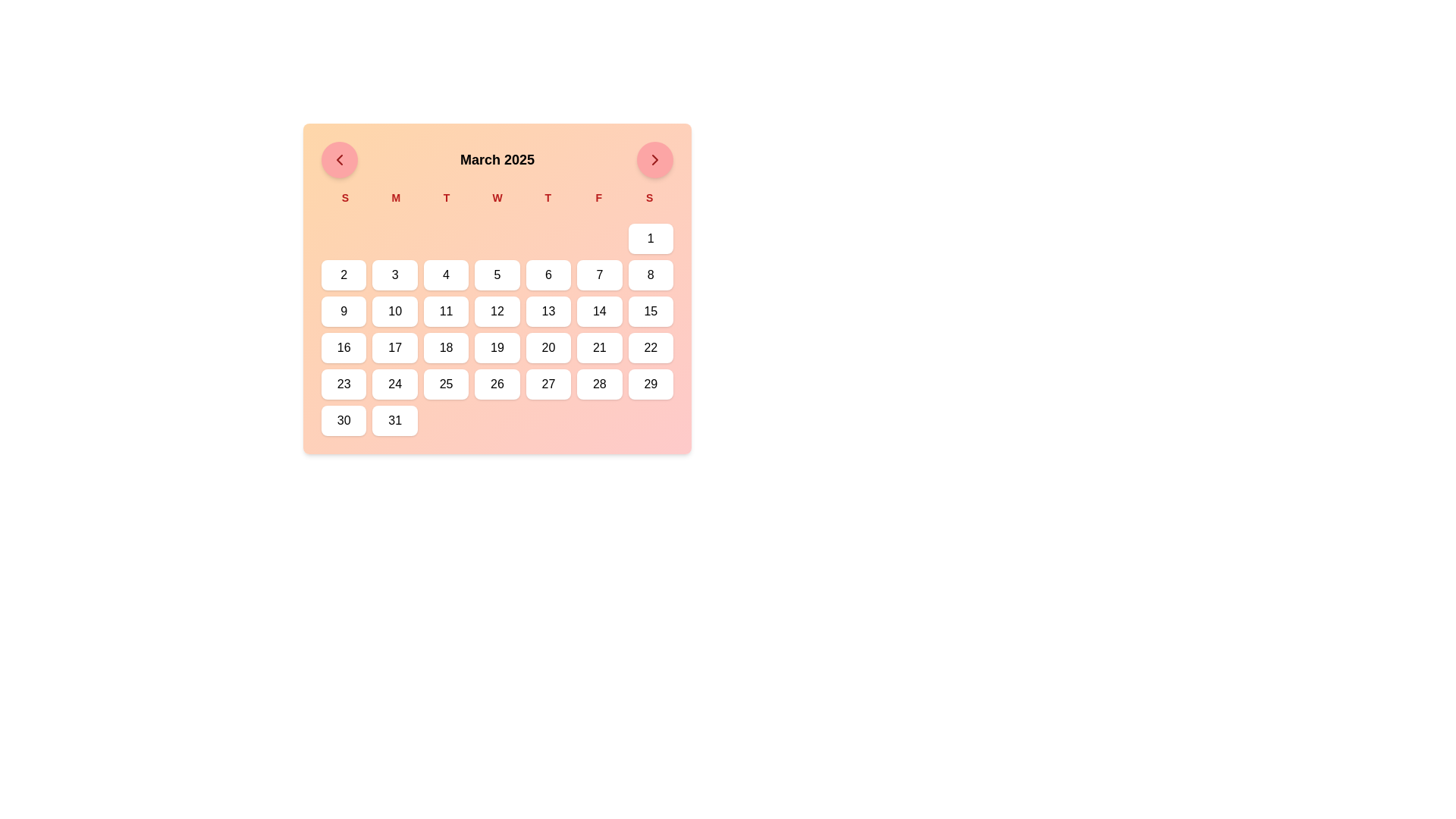  I want to click on the red-colored letter 'S', which is the first item in a sequence of seven letters (S M T W T F S) in the calendar interface, so click(344, 197).